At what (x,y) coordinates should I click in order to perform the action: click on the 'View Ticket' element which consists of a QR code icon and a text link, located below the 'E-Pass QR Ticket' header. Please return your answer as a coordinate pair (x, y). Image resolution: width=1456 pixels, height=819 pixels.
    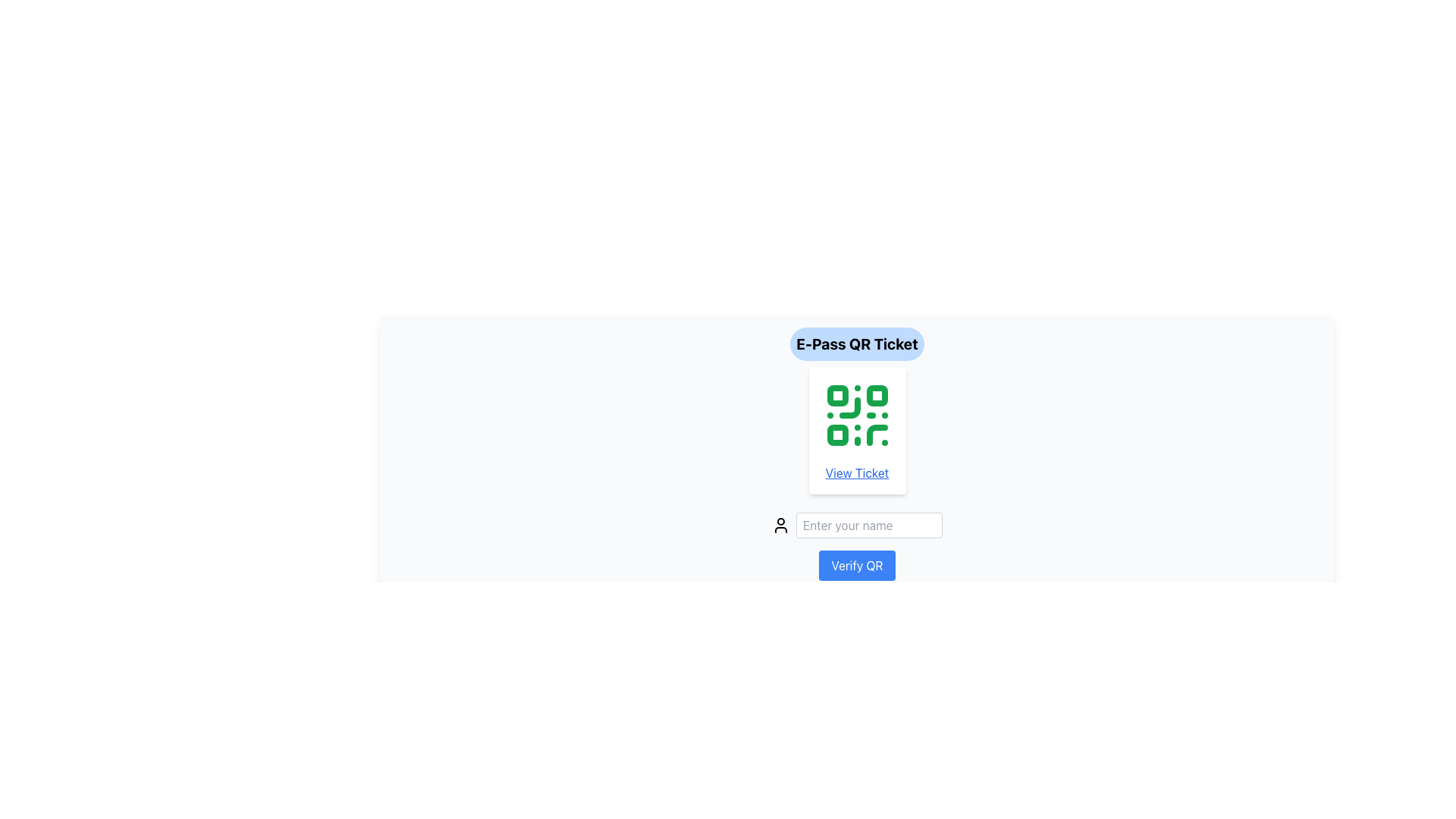
    Looking at the image, I should click on (857, 430).